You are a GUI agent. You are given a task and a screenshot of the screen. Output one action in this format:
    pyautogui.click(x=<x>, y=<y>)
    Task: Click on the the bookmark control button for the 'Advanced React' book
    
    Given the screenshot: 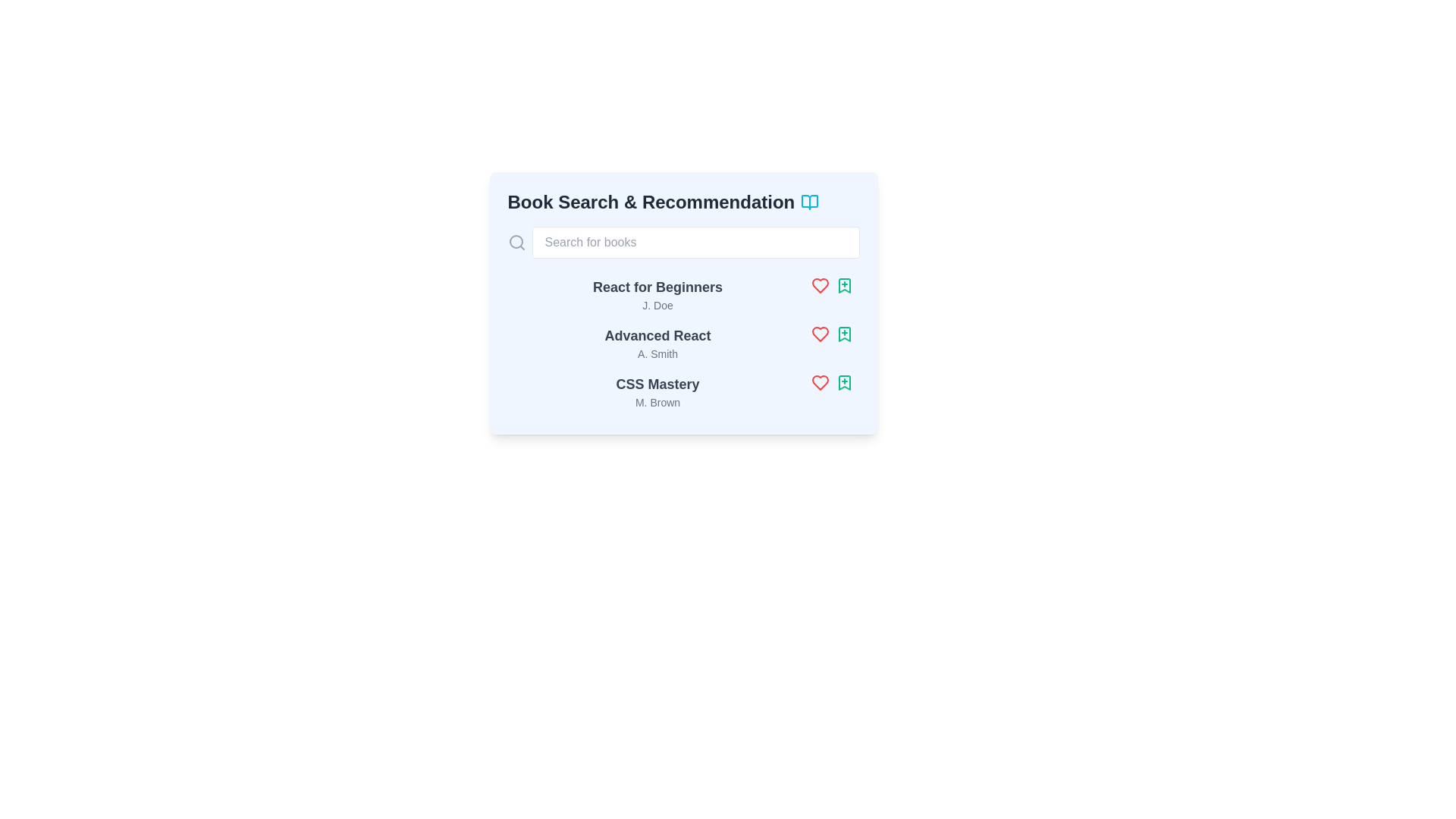 What is the action you would take?
    pyautogui.click(x=843, y=333)
    